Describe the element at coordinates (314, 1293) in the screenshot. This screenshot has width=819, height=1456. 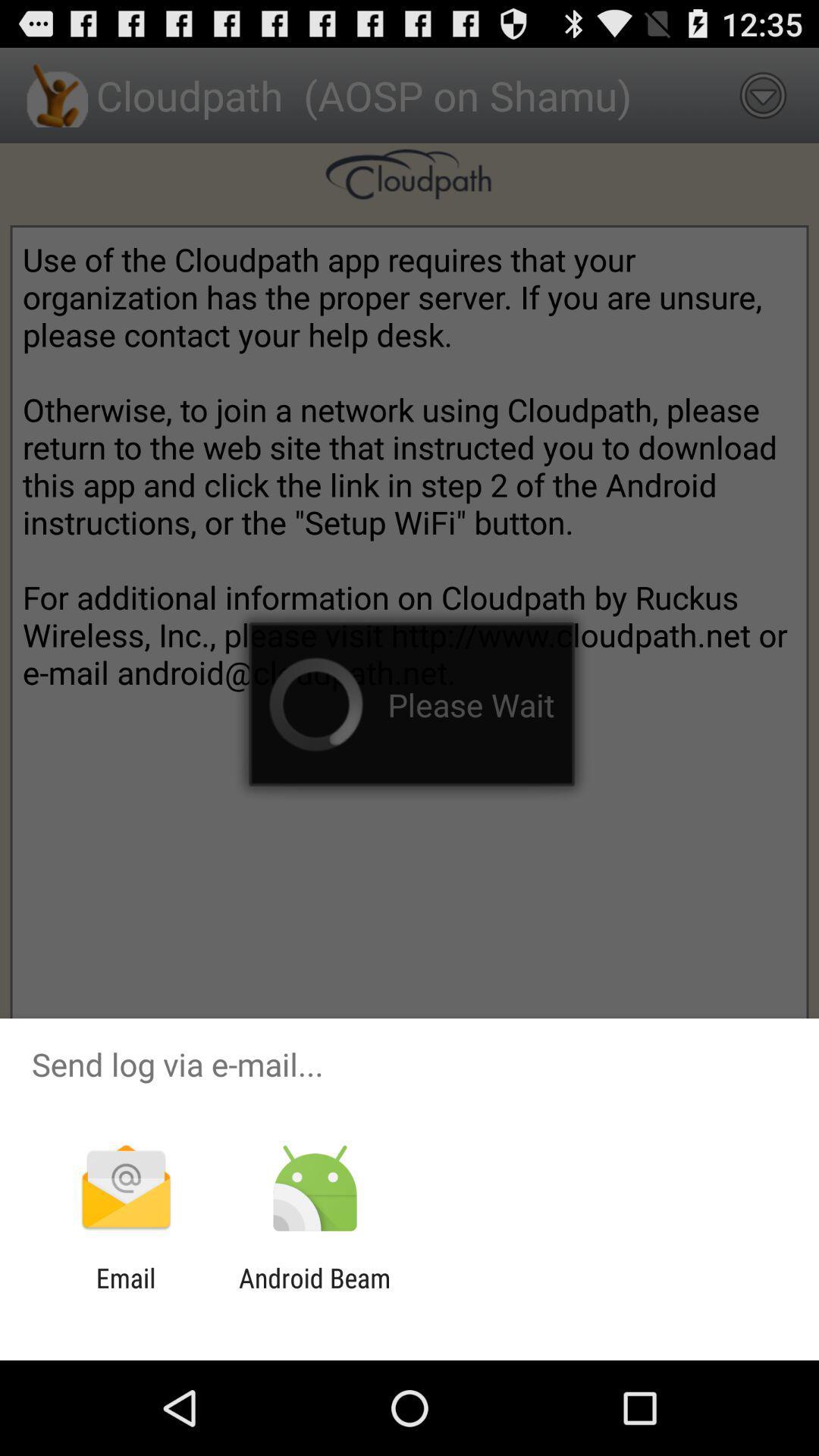
I see `the app next to the email icon` at that location.